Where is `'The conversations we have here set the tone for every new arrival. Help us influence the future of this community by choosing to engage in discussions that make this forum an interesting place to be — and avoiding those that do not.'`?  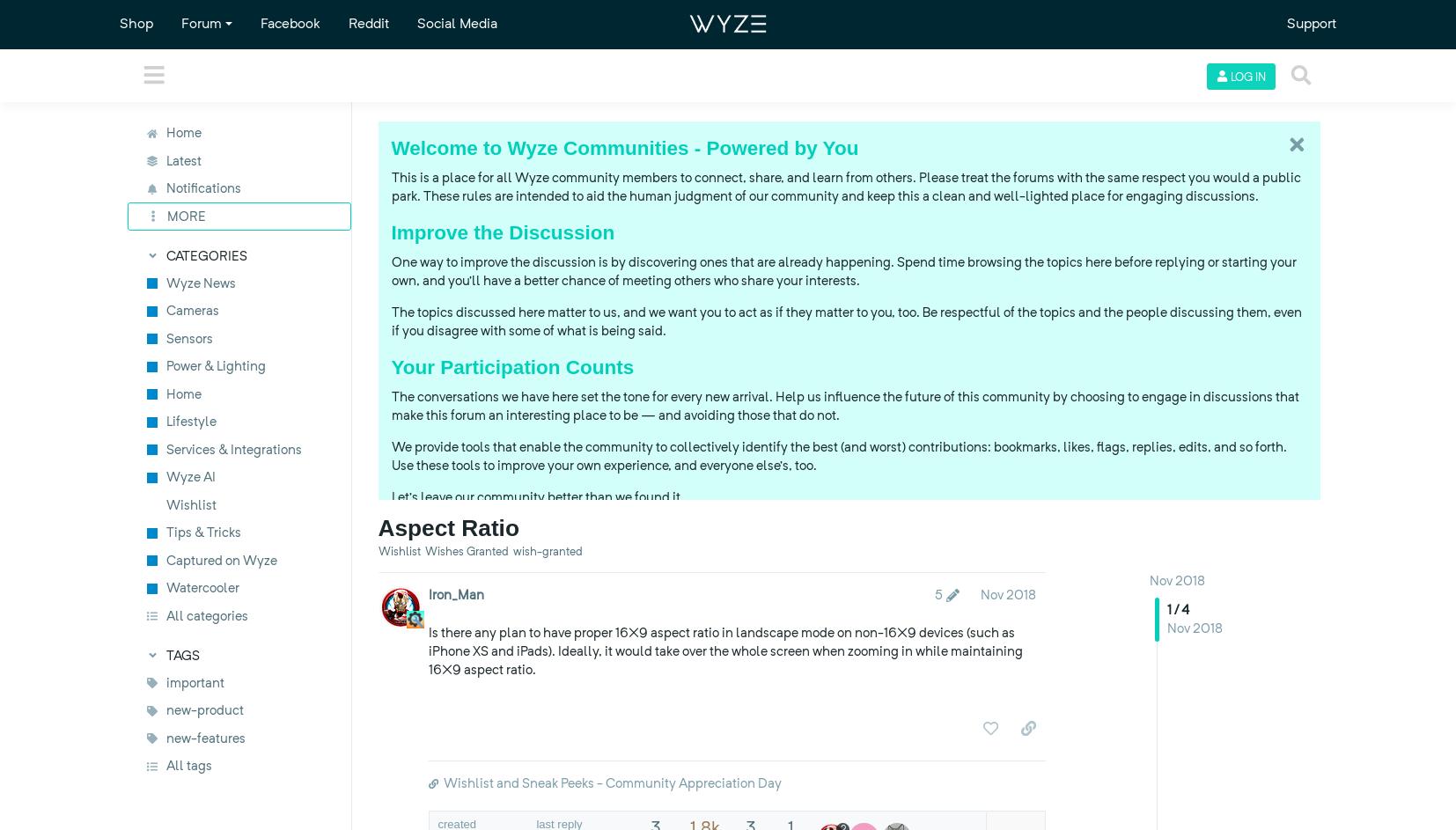 'The conversations we have here set the tone for every new arrival. Help us influence the future of this community by choosing to engage in discussions that make this forum an interesting place to be — and avoiding those that do not.' is located at coordinates (843, 406).